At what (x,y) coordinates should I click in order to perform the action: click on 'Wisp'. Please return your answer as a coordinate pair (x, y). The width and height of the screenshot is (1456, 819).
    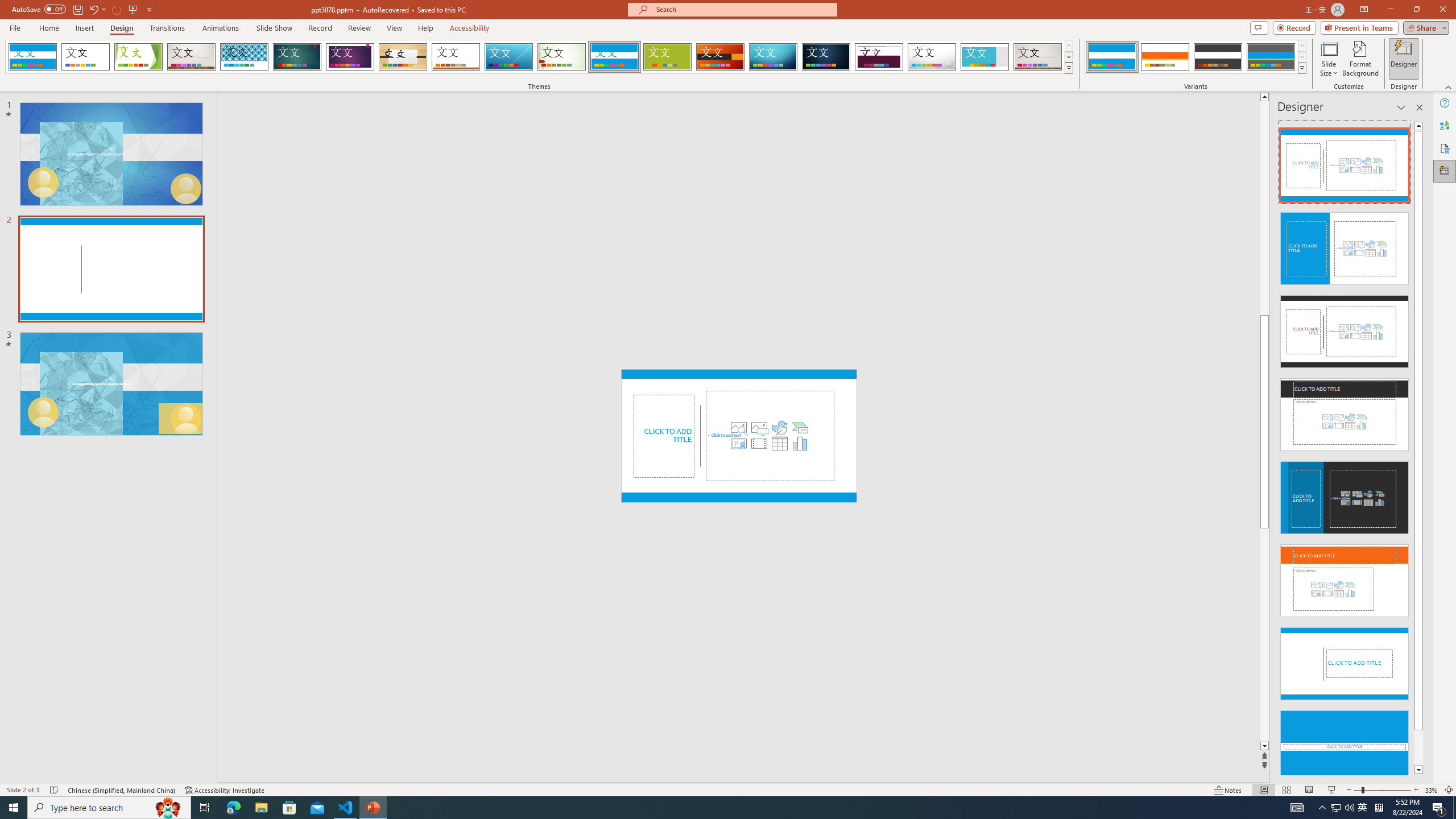
    Looking at the image, I should click on (561, 56).